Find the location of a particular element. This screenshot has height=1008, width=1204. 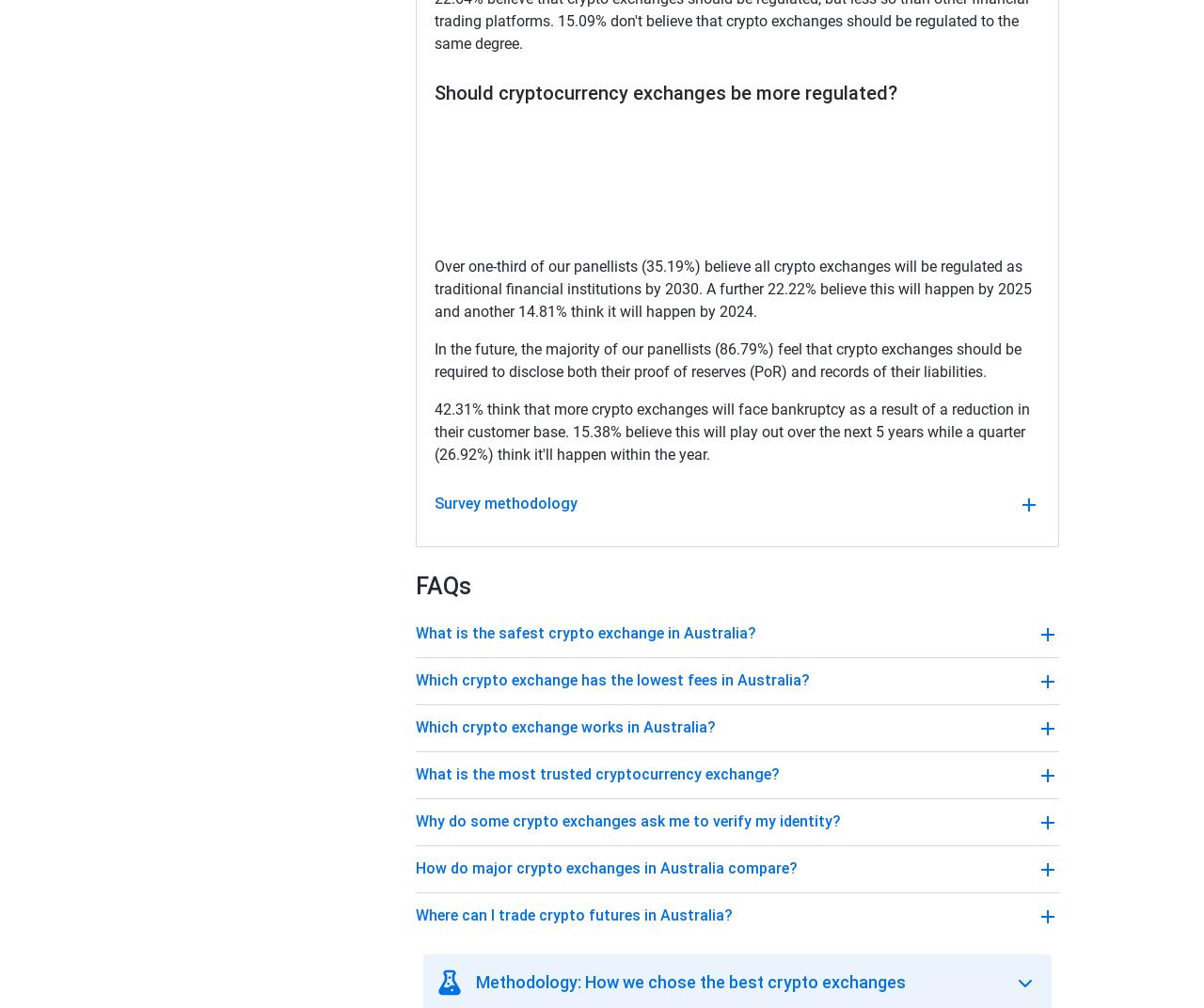

'Should cryptocurrency exchanges be more regulated?' is located at coordinates (433, 93).